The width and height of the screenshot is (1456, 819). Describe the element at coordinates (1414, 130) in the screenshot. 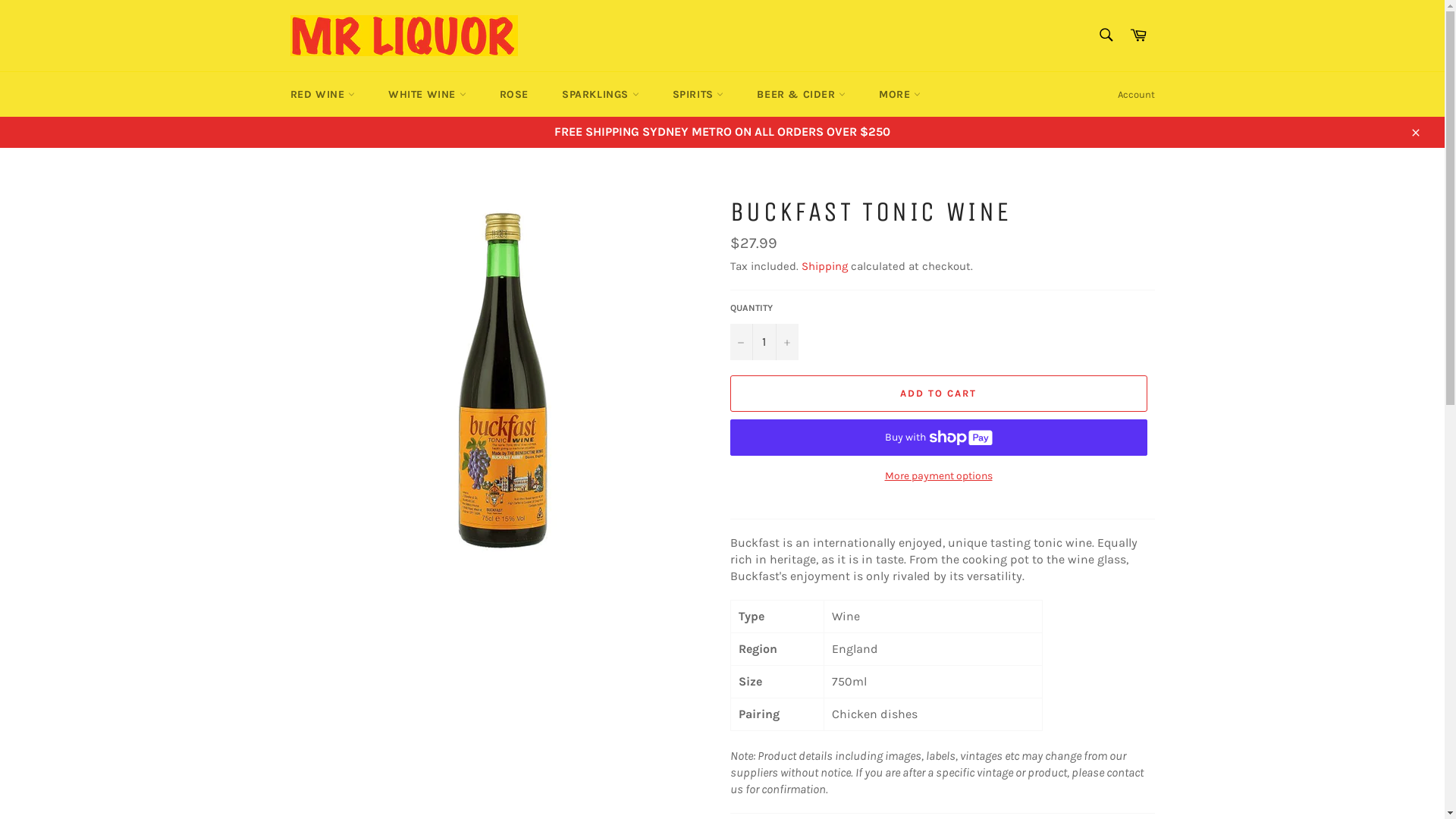

I see `'Close'` at that location.